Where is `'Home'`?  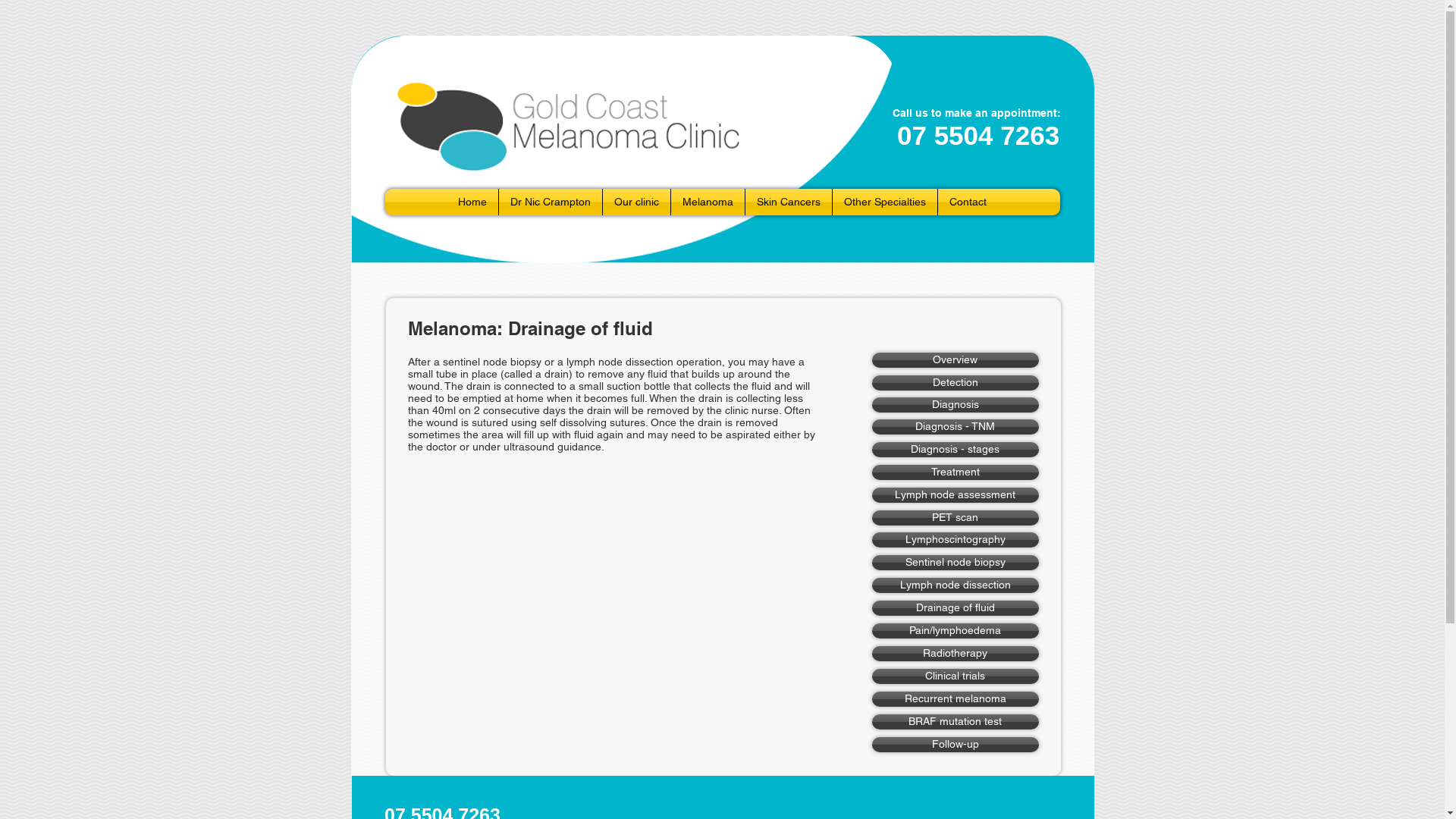 'Home' is located at coordinates (446, 201).